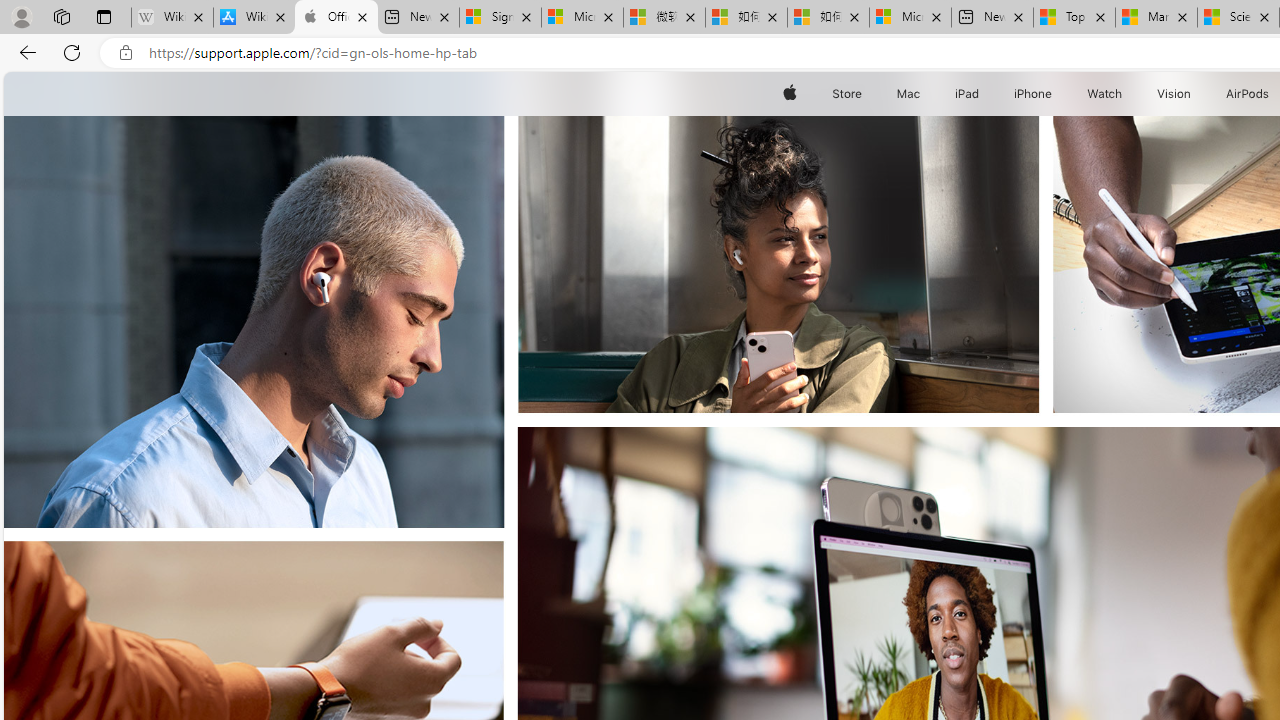 This screenshot has height=720, width=1280. I want to click on 'Official Apple Support', so click(336, 17).